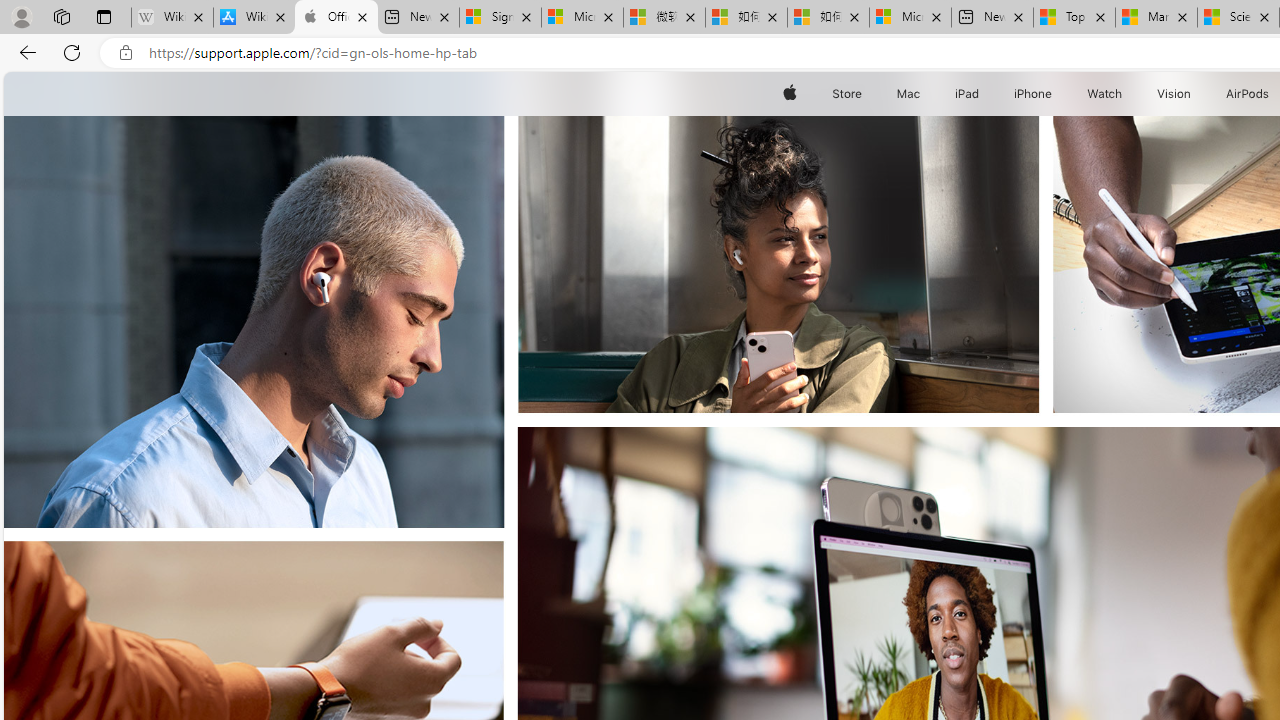 This screenshot has height=720, width=1280. I want to click on 'Official Apple Support', so click(336, 17).